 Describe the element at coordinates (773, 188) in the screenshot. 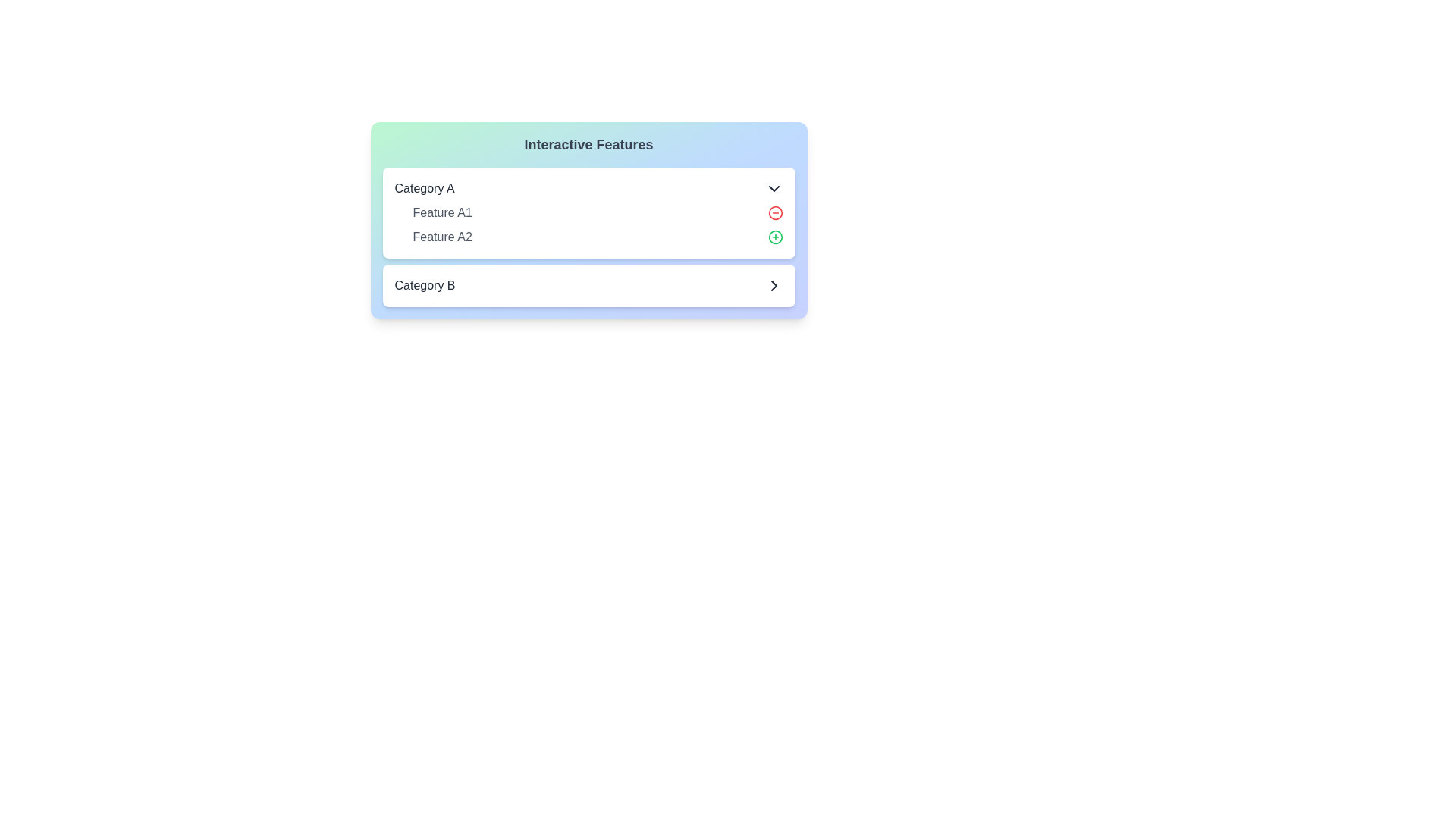

I see `the chevron icon located at the far right of the 'Category A' section` at that location.